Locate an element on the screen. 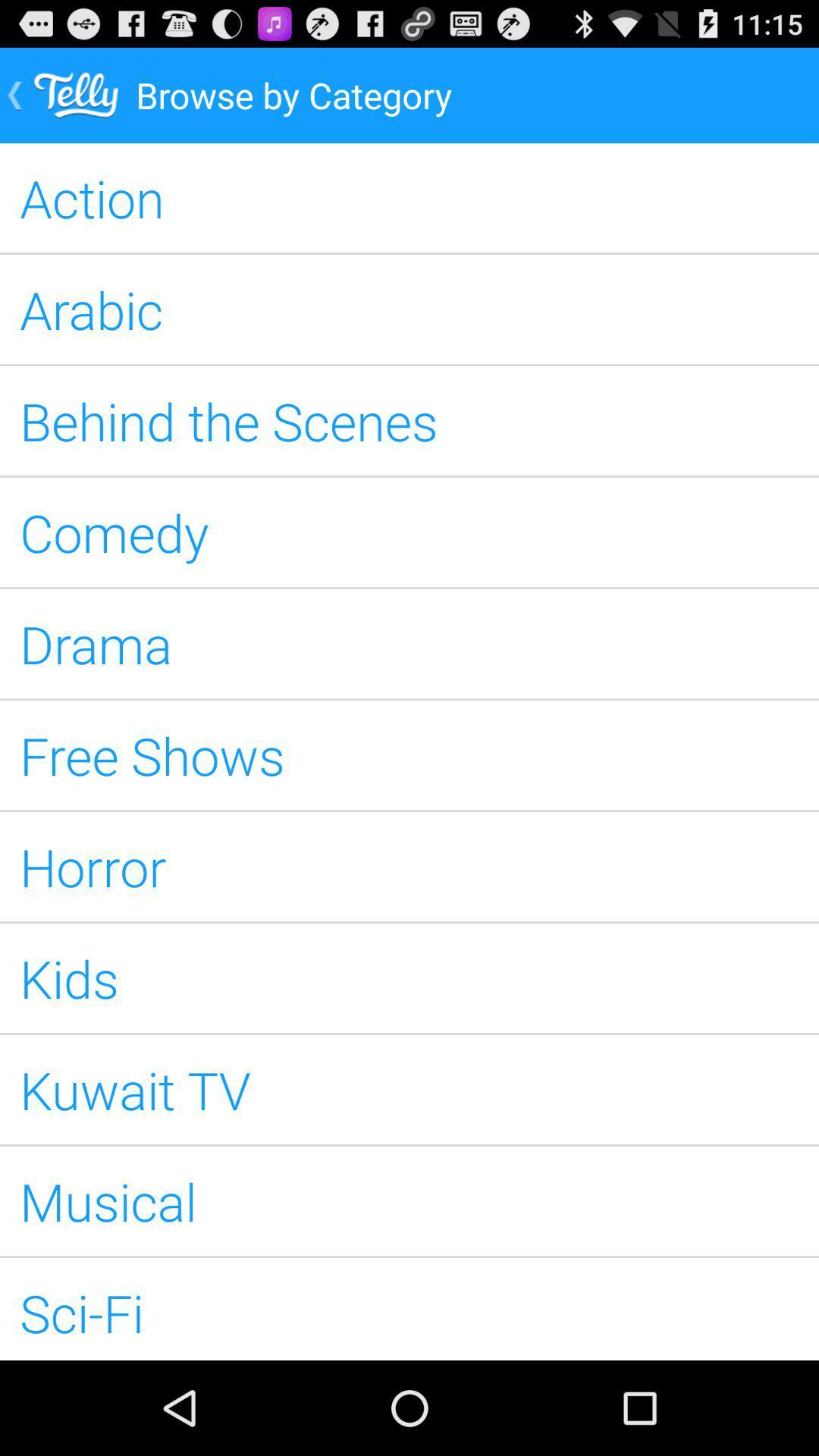 This screenshot has height=1456, width=819. the app above sci-fi icon is located at coordinates (409, 1200).